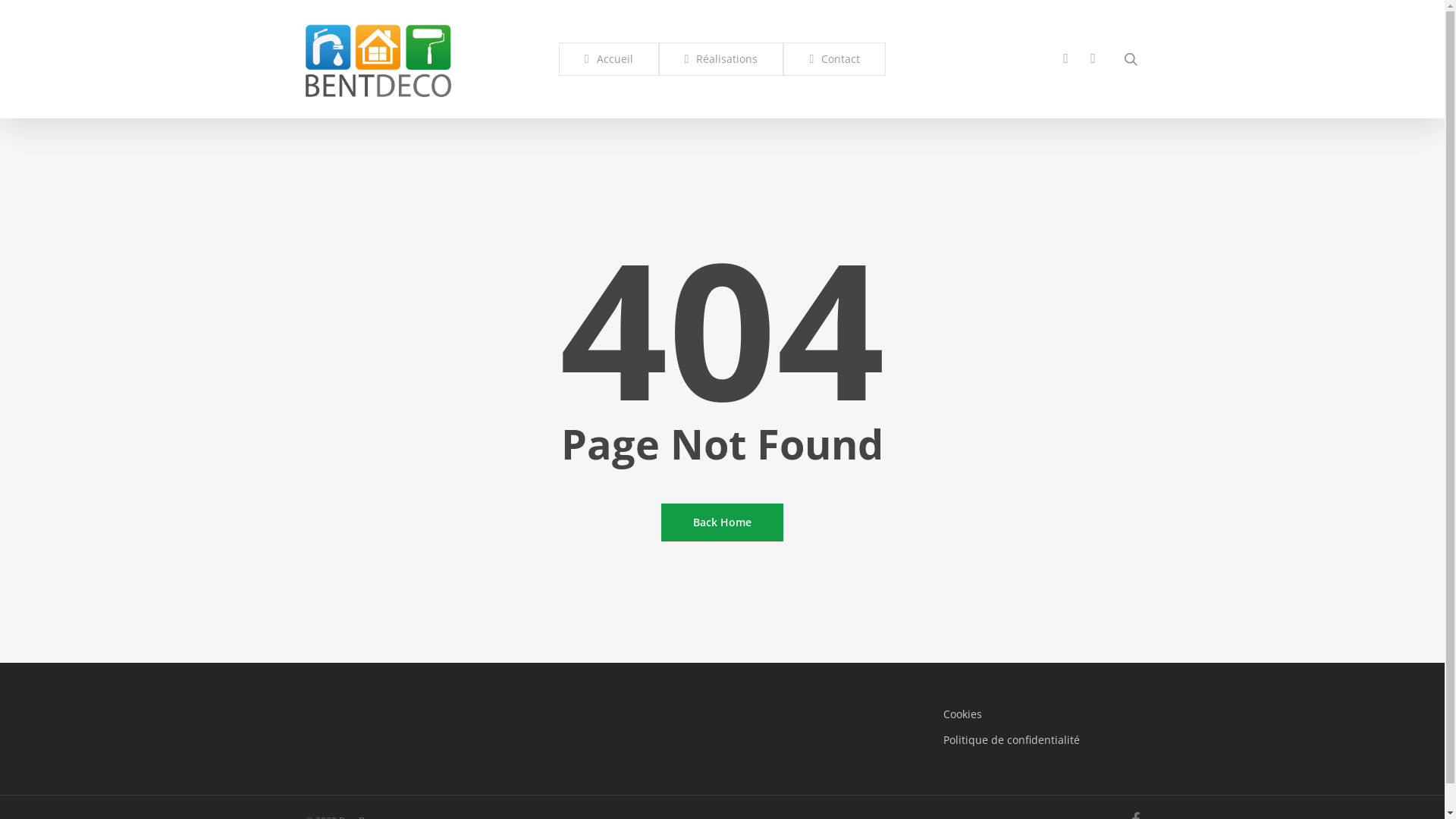 Image resolution: width=1456 pixels, height=819 pixels. I want to click on 'Cookies', so click(1040, 714).